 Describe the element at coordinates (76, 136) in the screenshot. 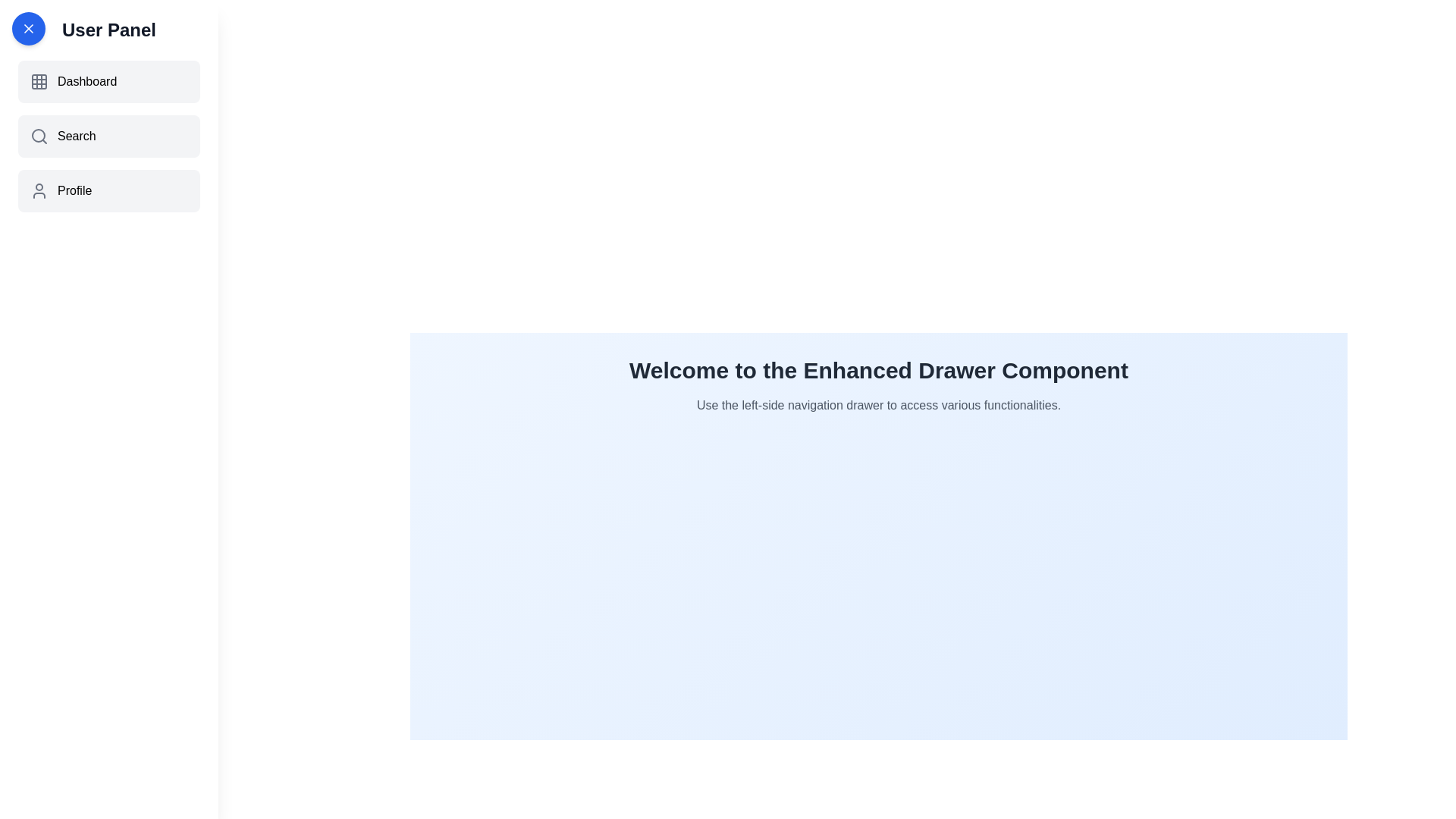

I see `the 'Search' text label which is positioned within a button in the left-side vertical navigation menu, located below the 'Dashboard' button and above the 'Profile' button` at that location.